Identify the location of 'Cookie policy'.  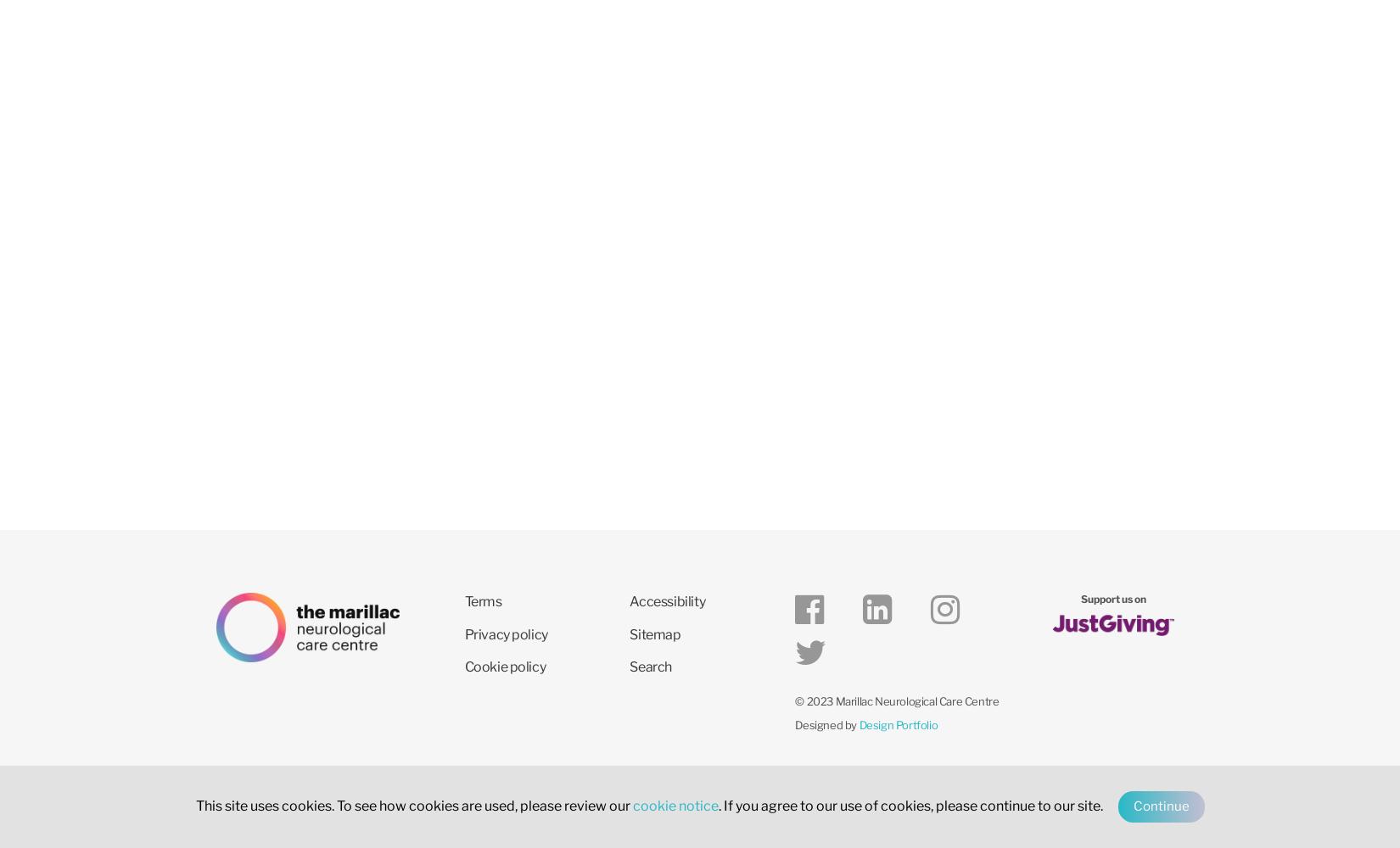
(504, 667).